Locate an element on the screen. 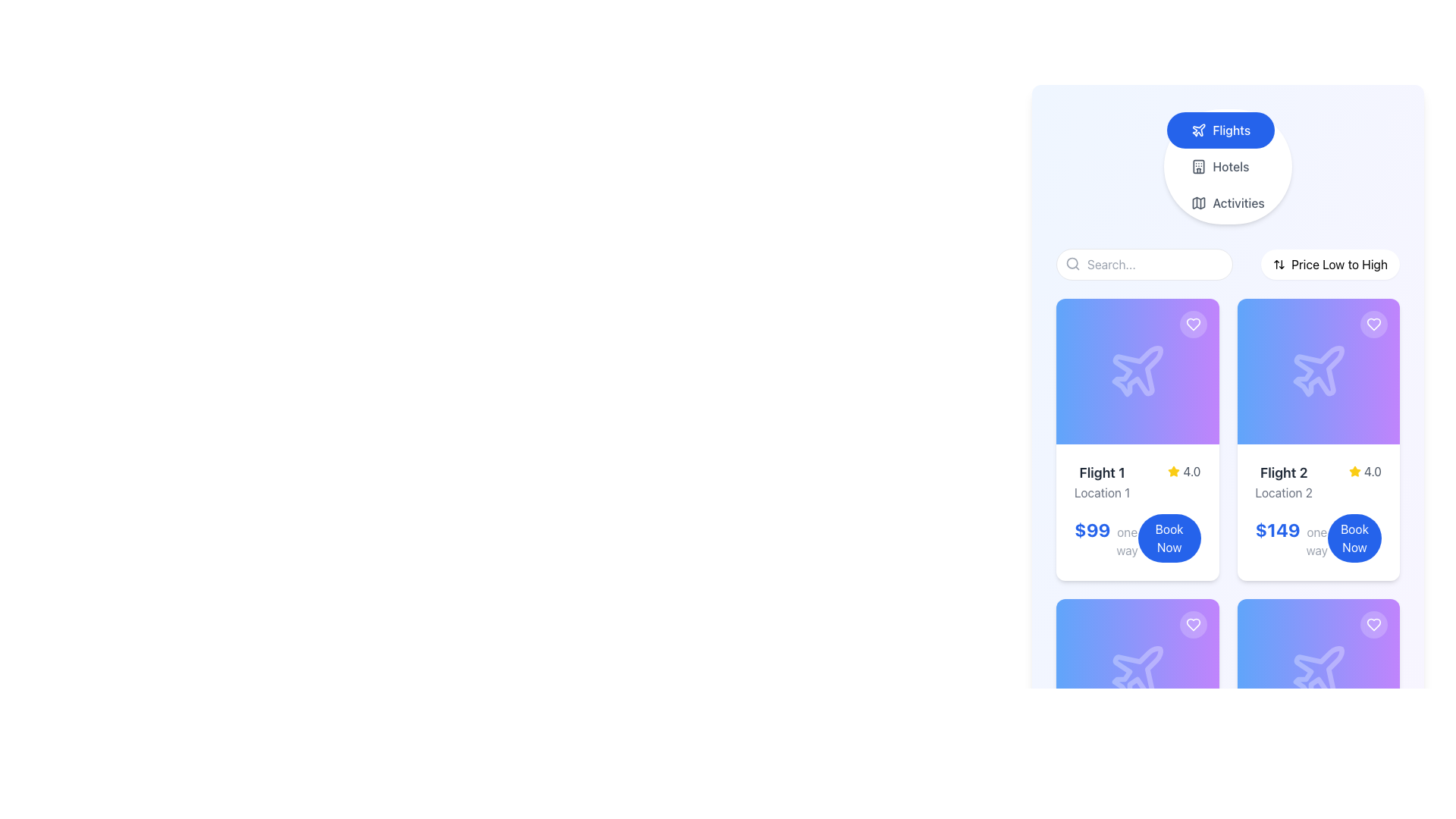 This screenshot has height=819, width=1456. the price display element showing '$149' in bold blue text, located under the 'Flight 2' title in the second column of the grid layout is located at coordinates (1291, 537).